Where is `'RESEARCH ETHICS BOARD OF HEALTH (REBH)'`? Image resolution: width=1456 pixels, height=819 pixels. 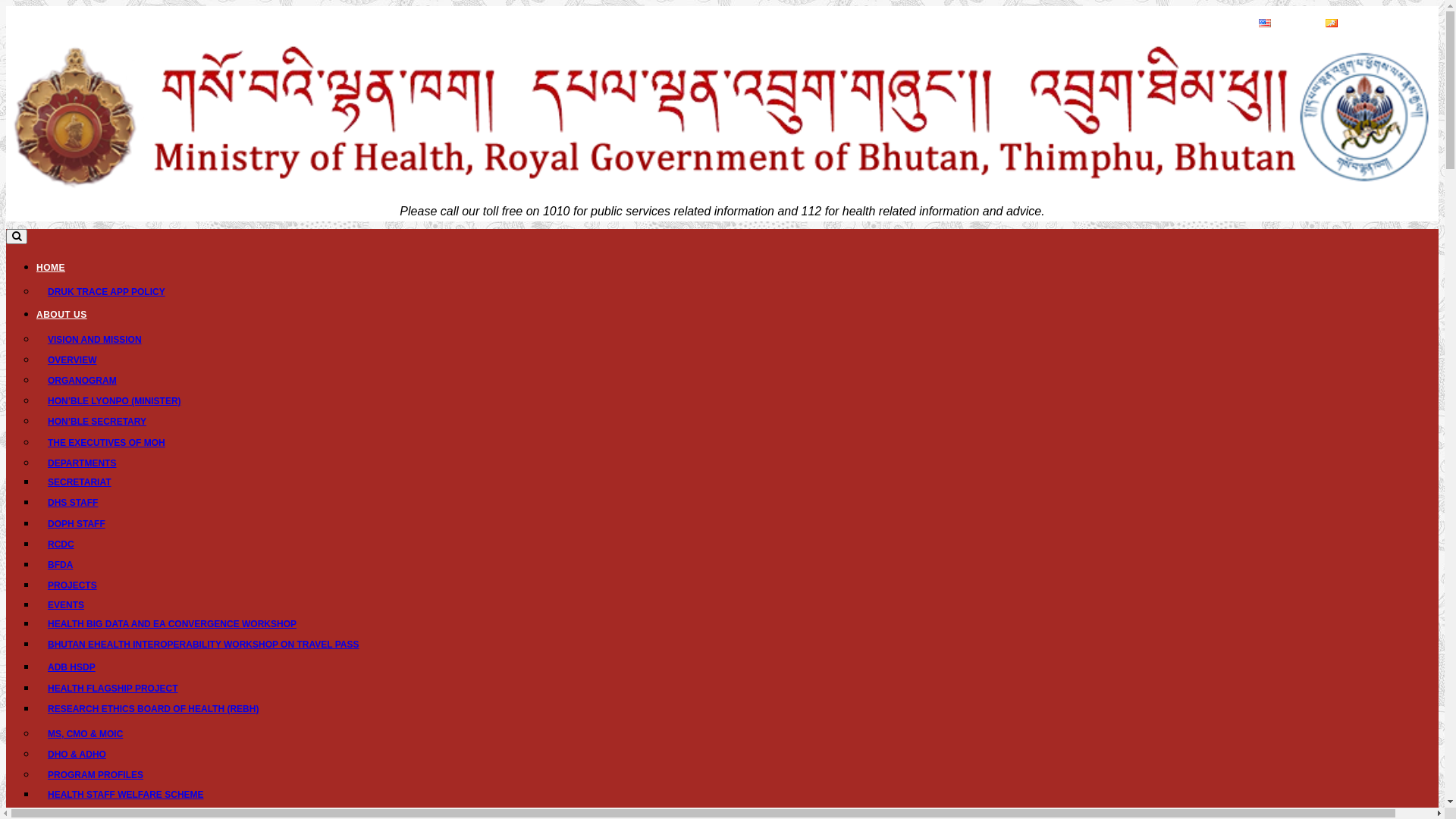 'RESEARCH ETHICS BOARD OF HEALTH (REBH)' is located at coordinates (160, 708).